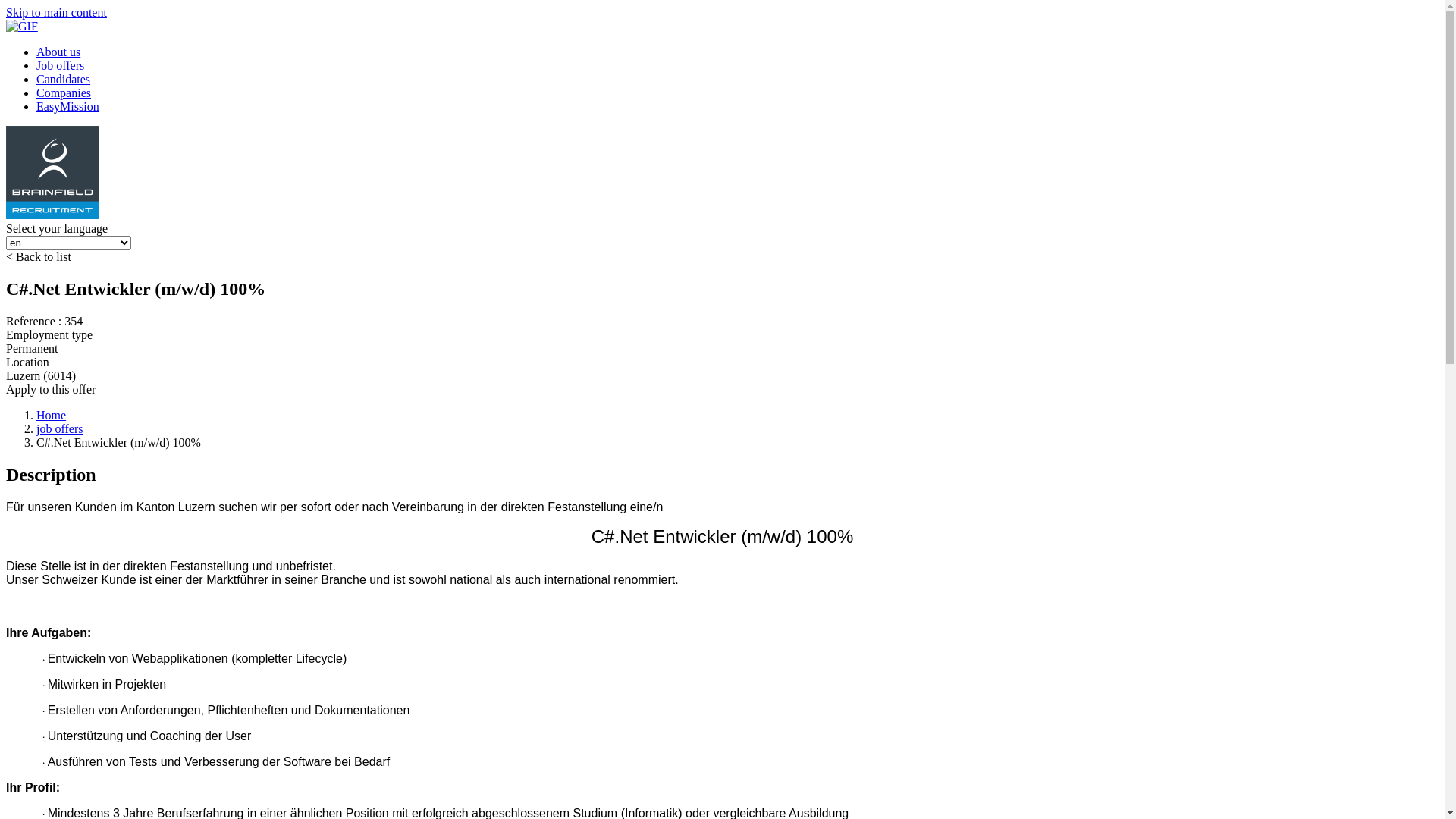 Image resolution: width=1456 pixels, height=819 pixels. I want to click on 'Companies', so click(62, 93).